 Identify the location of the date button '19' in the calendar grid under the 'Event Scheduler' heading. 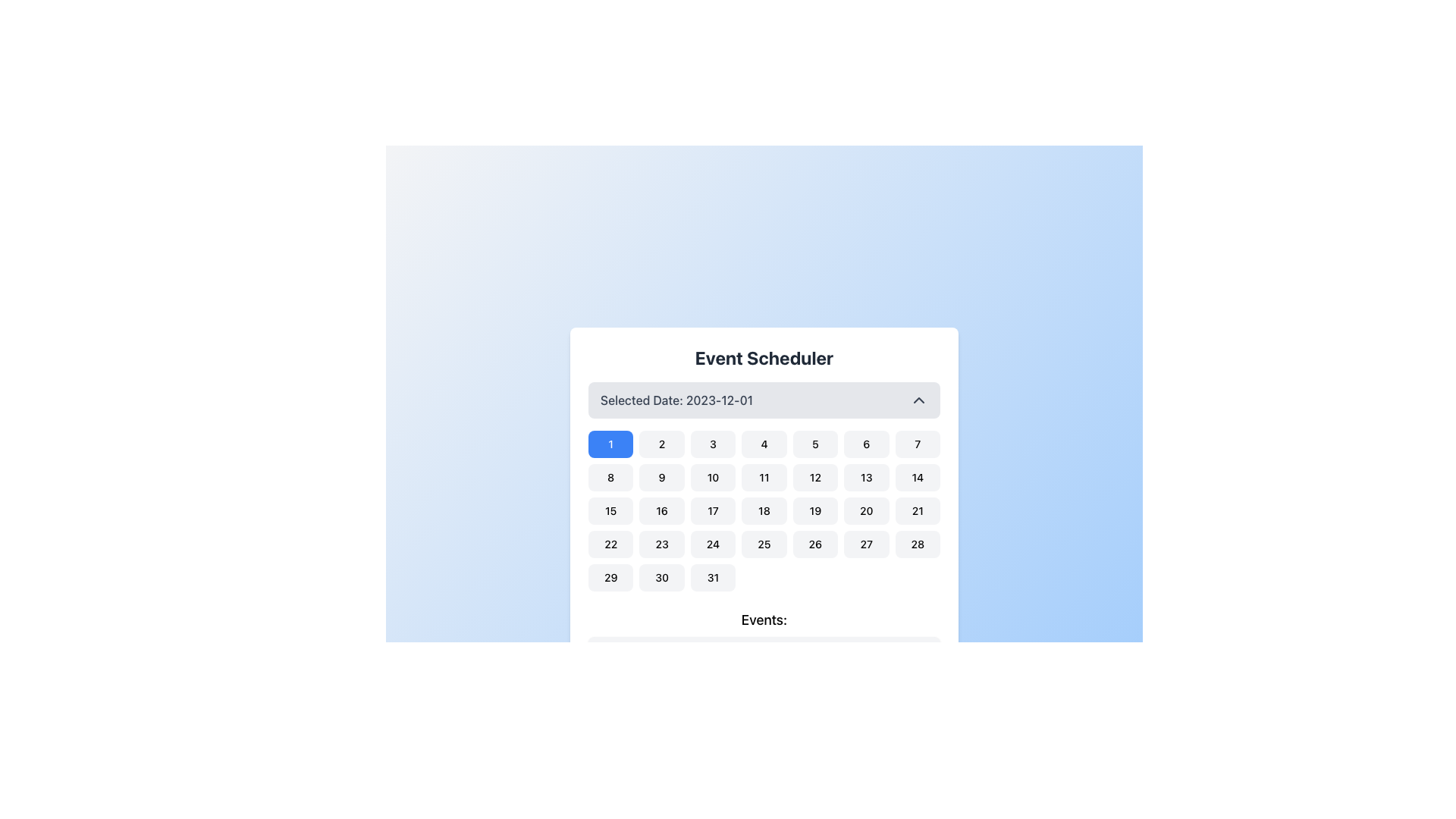
(814, 511).